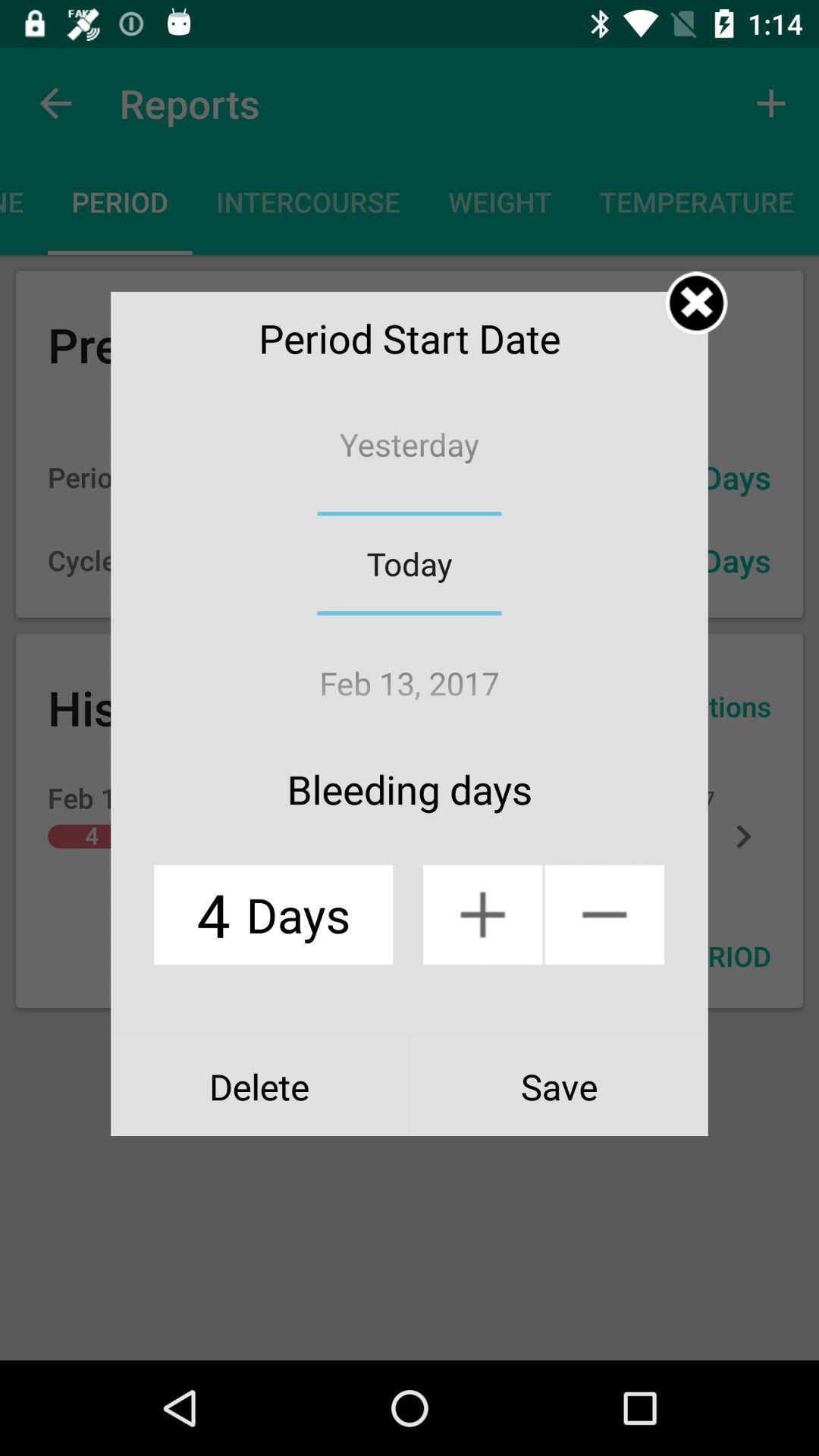 The height and width of the screenshot is (1456, 819). I want to click on button, so click(696, 303).